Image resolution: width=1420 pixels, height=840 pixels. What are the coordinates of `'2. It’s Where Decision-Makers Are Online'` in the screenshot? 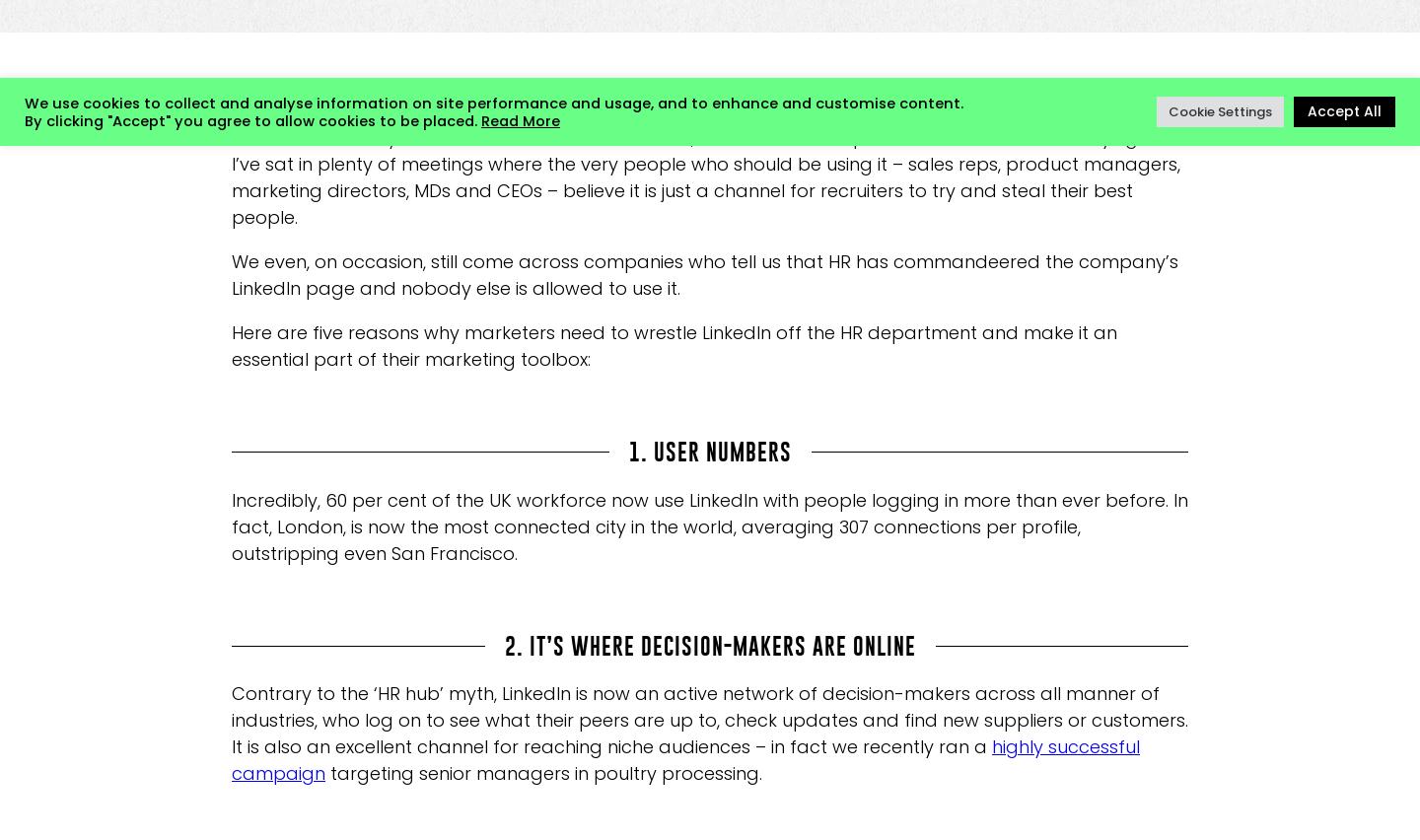 It's located at (709, 644).